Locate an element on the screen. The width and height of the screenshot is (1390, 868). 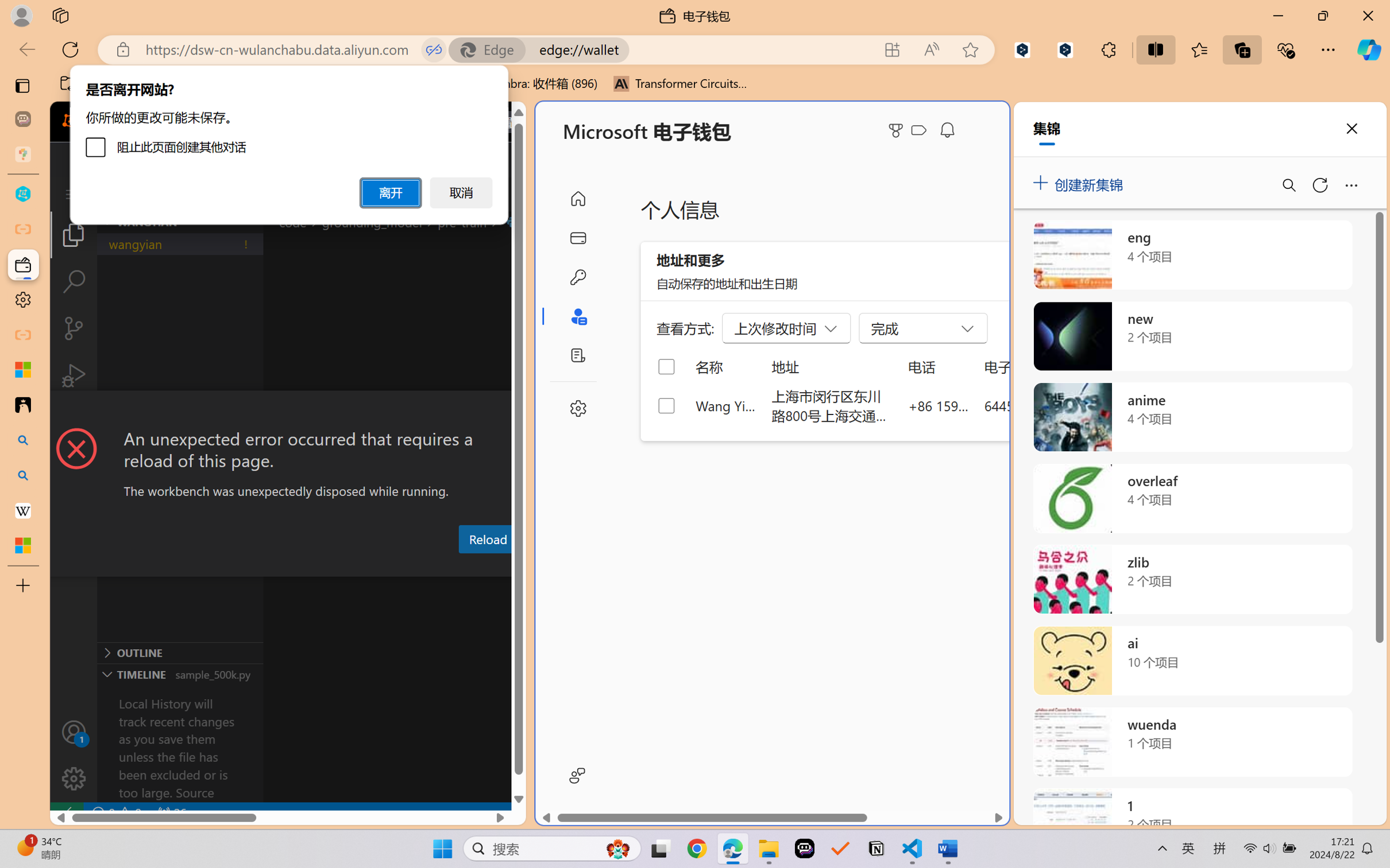
'Earth - Wikipedia' is located at coordinates (22, 509).